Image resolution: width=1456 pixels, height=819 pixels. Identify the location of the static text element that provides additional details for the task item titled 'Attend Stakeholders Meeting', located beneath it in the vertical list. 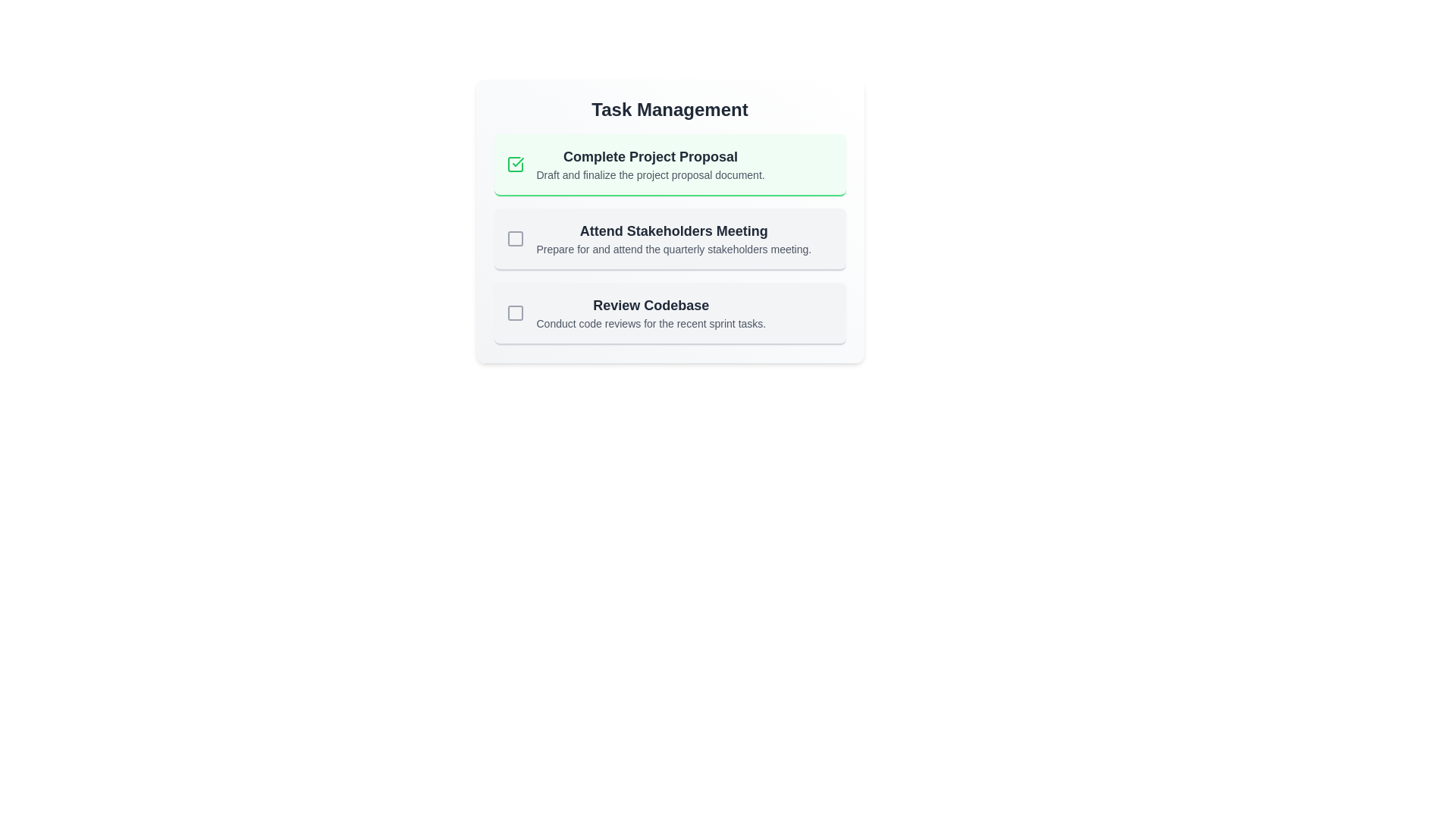
(673, 248).